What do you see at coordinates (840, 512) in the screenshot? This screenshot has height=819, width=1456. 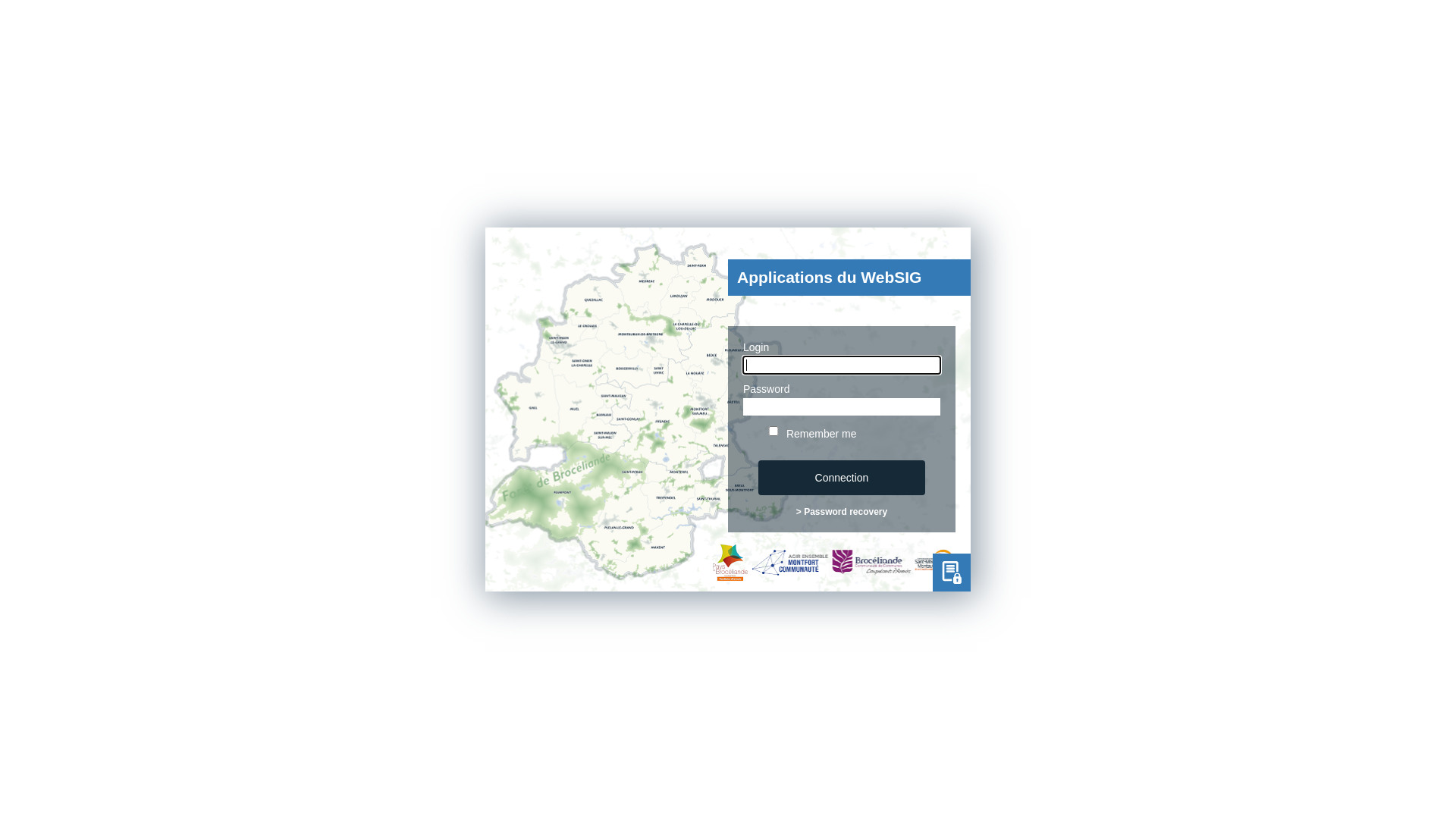 I see `'> Password recovery'` at bounding box center [840, 512].